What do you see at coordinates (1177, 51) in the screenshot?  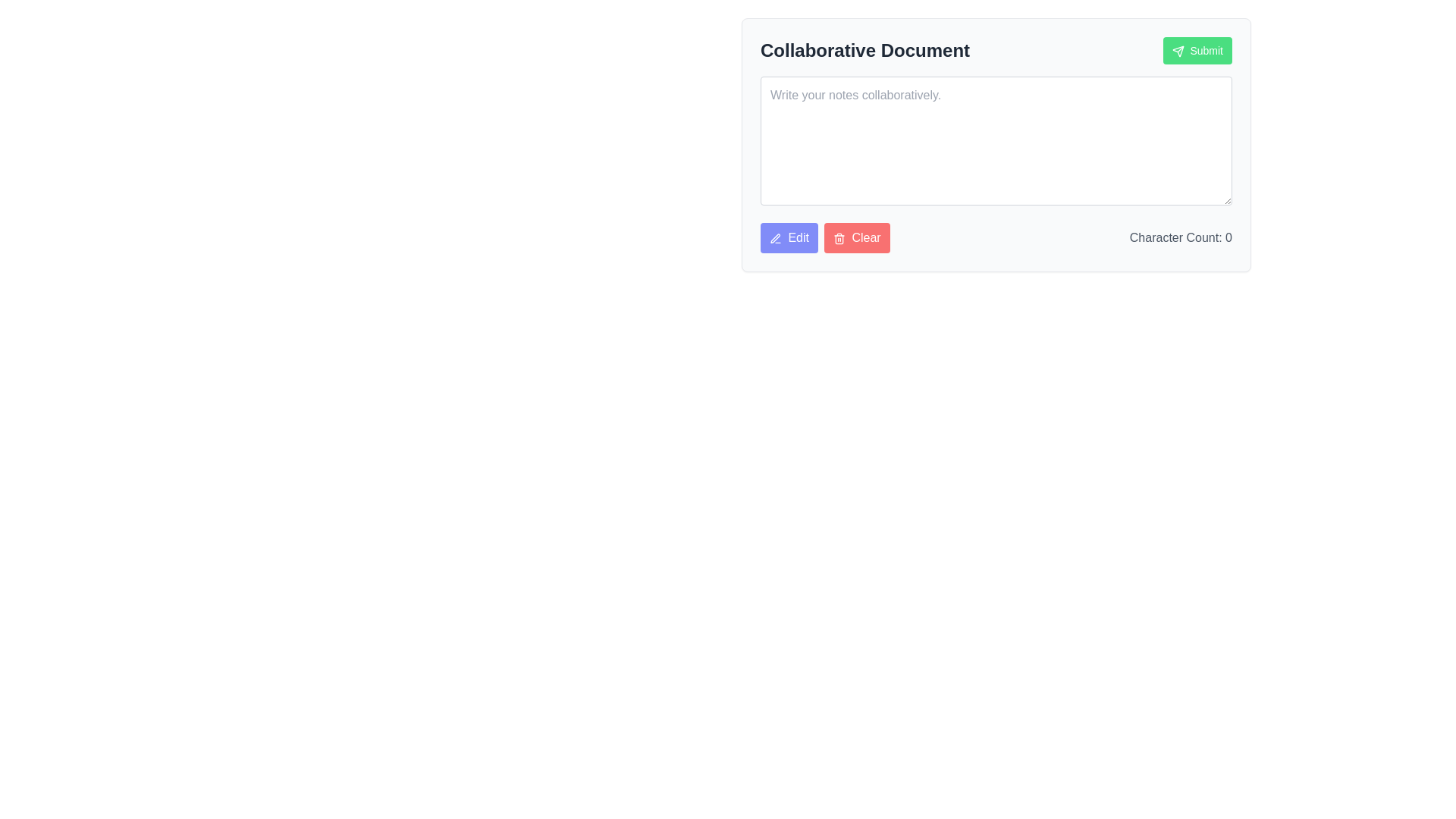 I see `the paper airplane icon graphic located in the green 'Submit' button in the upper right corner of the interface` at bounding box center [1177, 51].